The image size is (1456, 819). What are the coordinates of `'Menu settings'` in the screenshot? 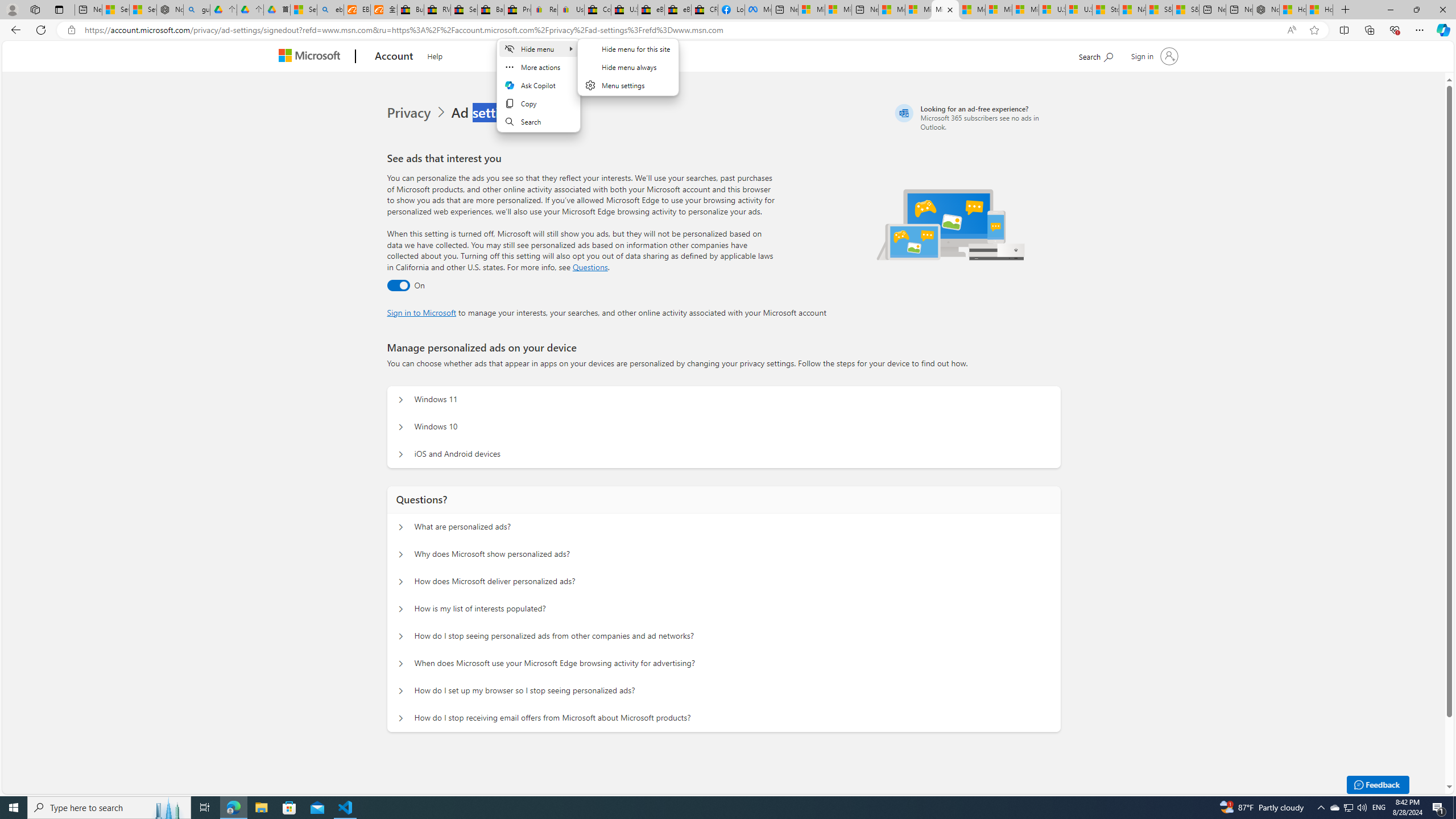 It's located at (628, 85).